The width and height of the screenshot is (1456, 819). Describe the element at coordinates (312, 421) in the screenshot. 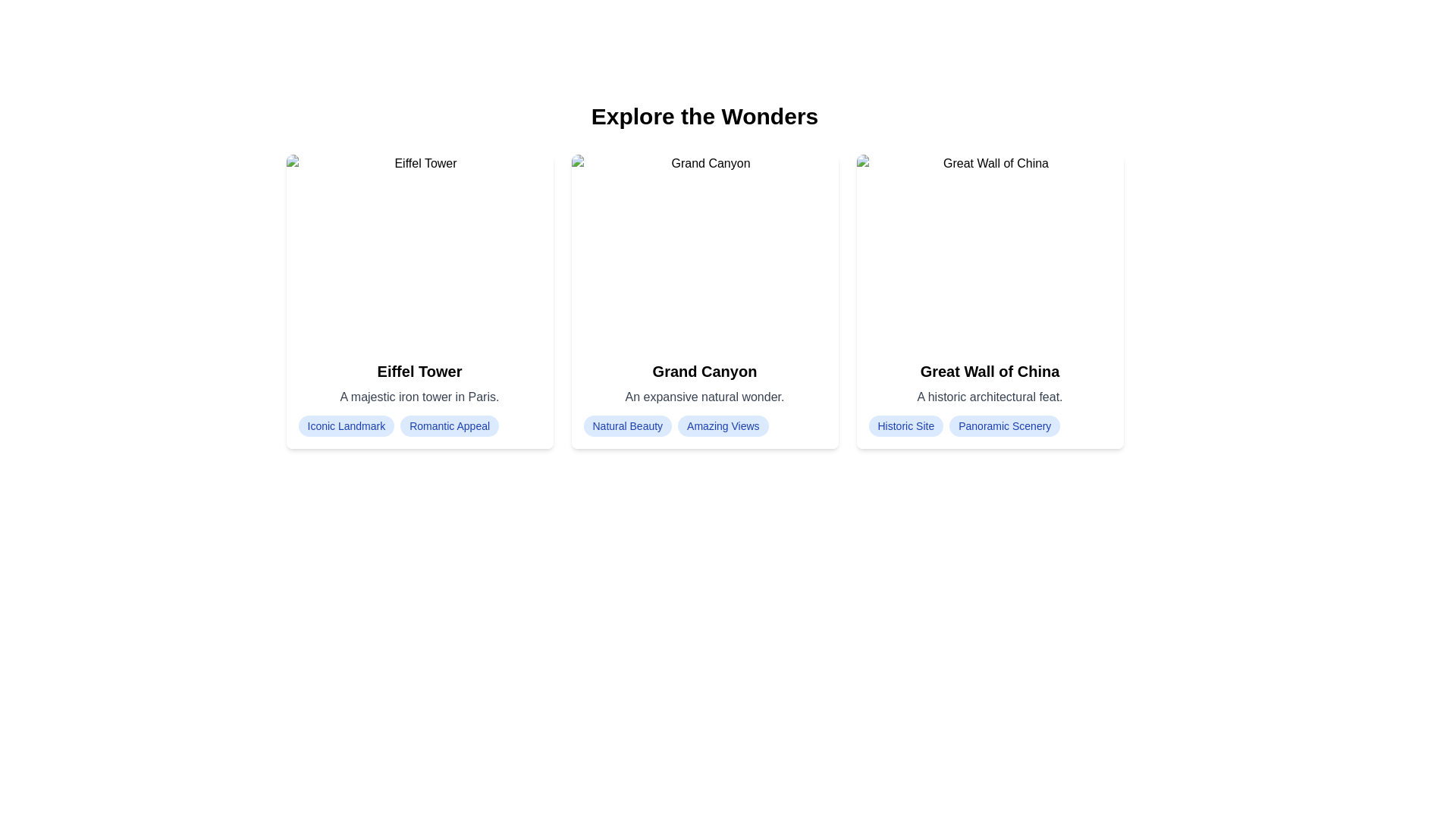

I see `the small red heart icon located in the lower-left corner of the first content card under the 'Explore the Wonders' section` at that location.